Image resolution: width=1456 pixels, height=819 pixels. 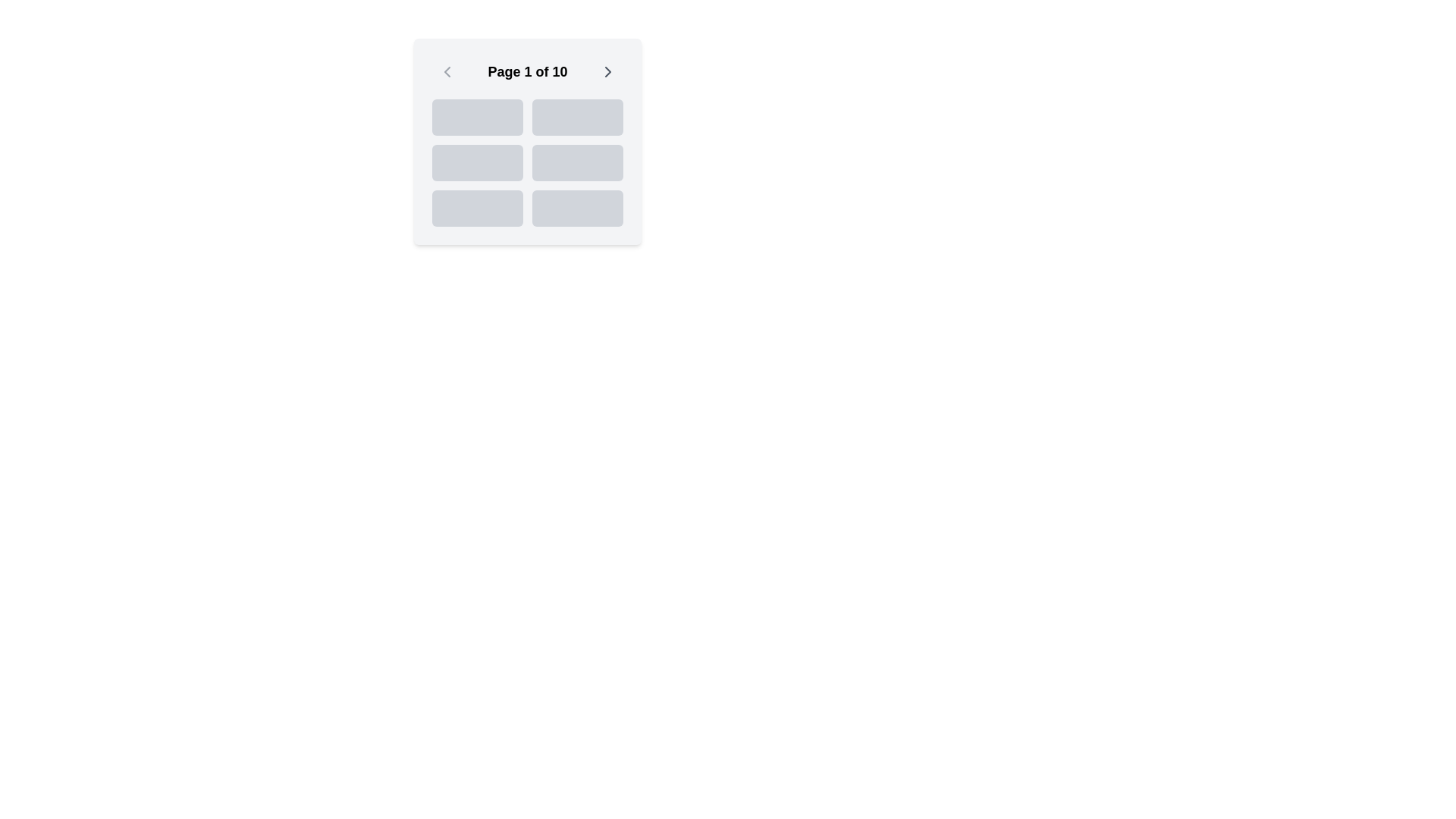 I want to click on the Placeholder block located in the second column and second row of a 3x2 grid layout, positioned towards the center-right of the interface, so click(x=577, y=163).